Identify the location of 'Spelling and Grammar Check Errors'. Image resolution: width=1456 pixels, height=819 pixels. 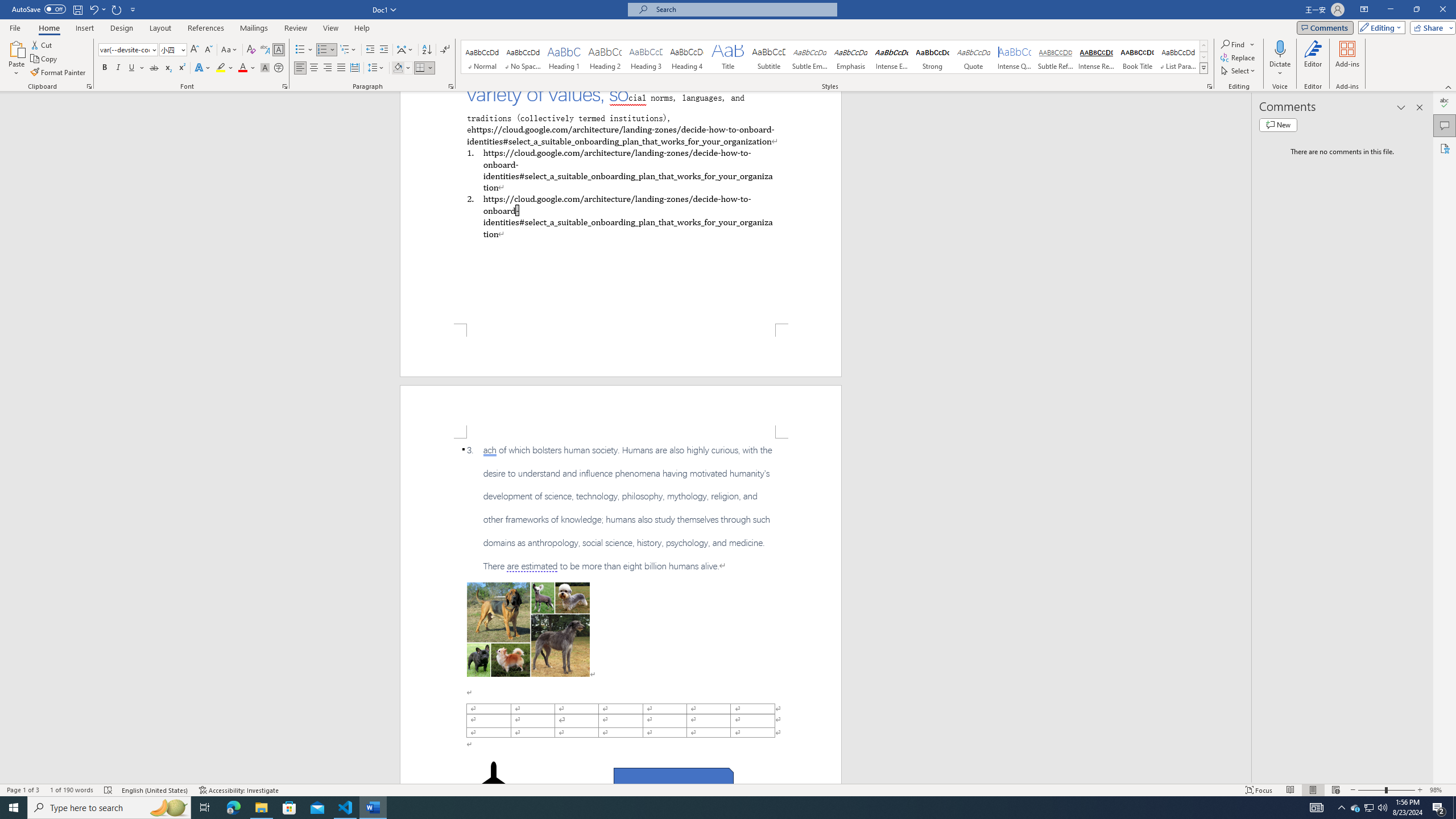
(107, 790).